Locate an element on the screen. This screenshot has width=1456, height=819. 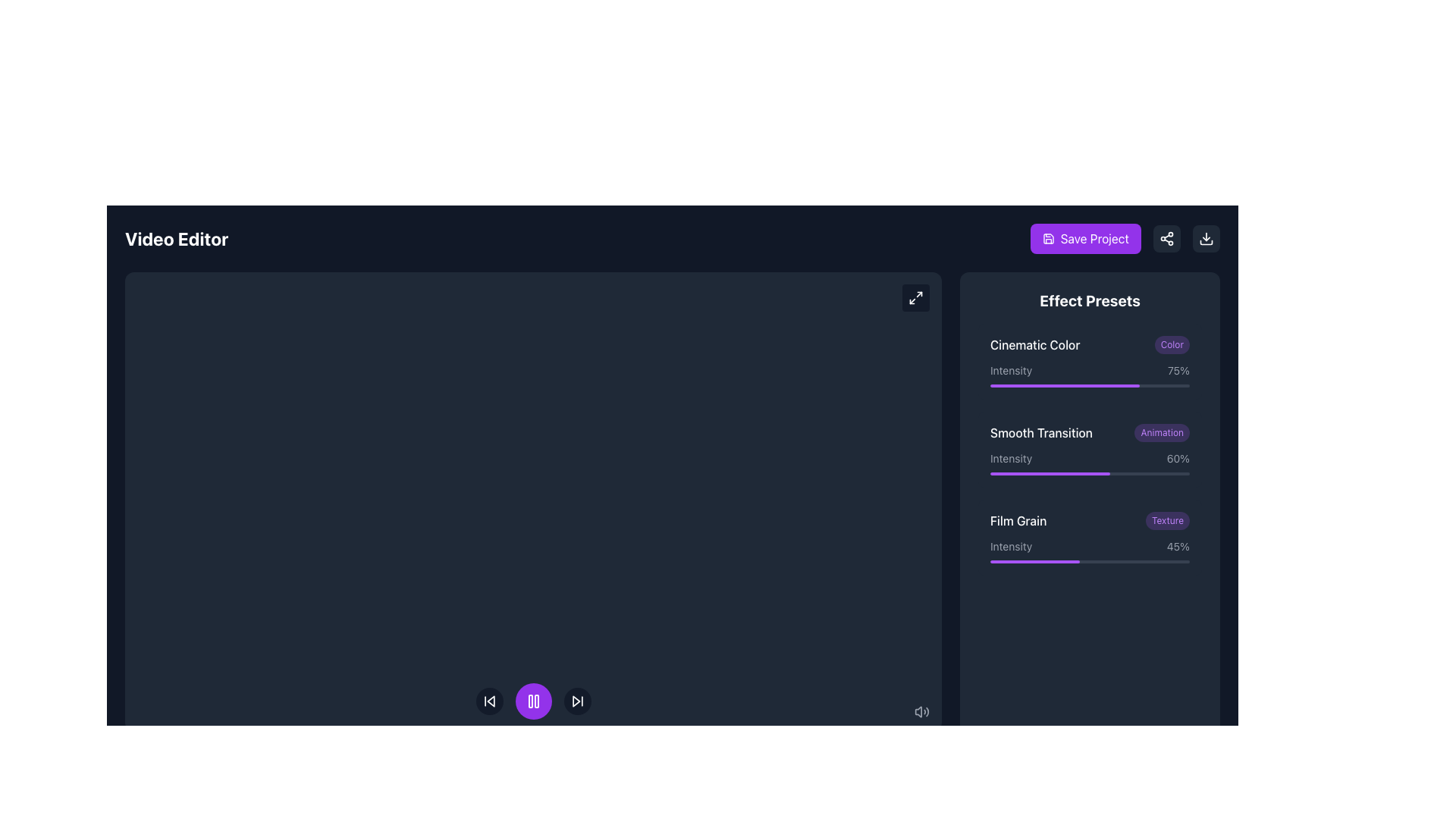
the 'Smooth Transition' effect card located in the 'Effect Presets' section of the UI, which is the second card below 'Cinematic Color' and above 'Film Grain' is located at coordinates (1089, 449).